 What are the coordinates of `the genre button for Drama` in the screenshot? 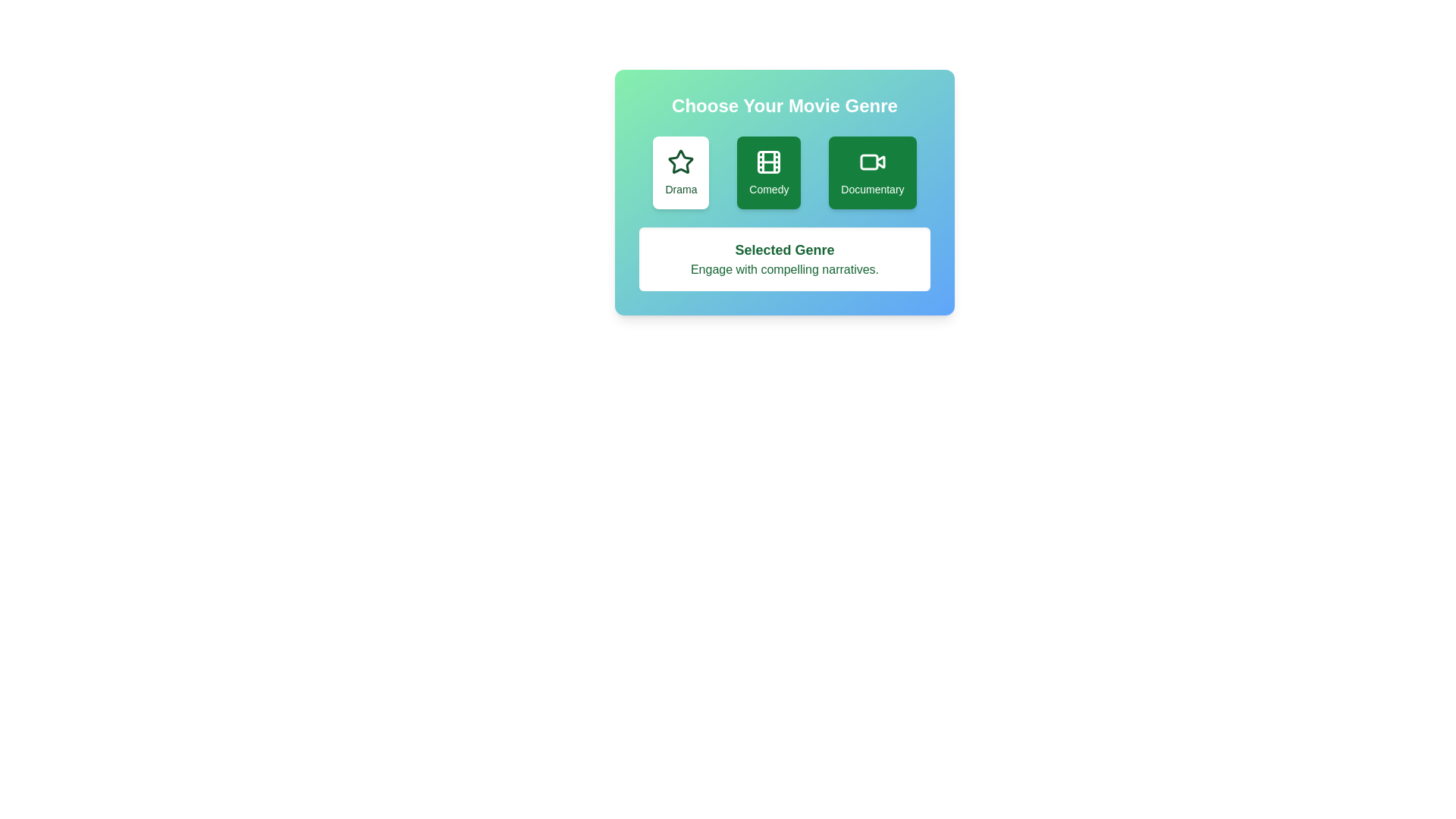 It's located at (679, 171).